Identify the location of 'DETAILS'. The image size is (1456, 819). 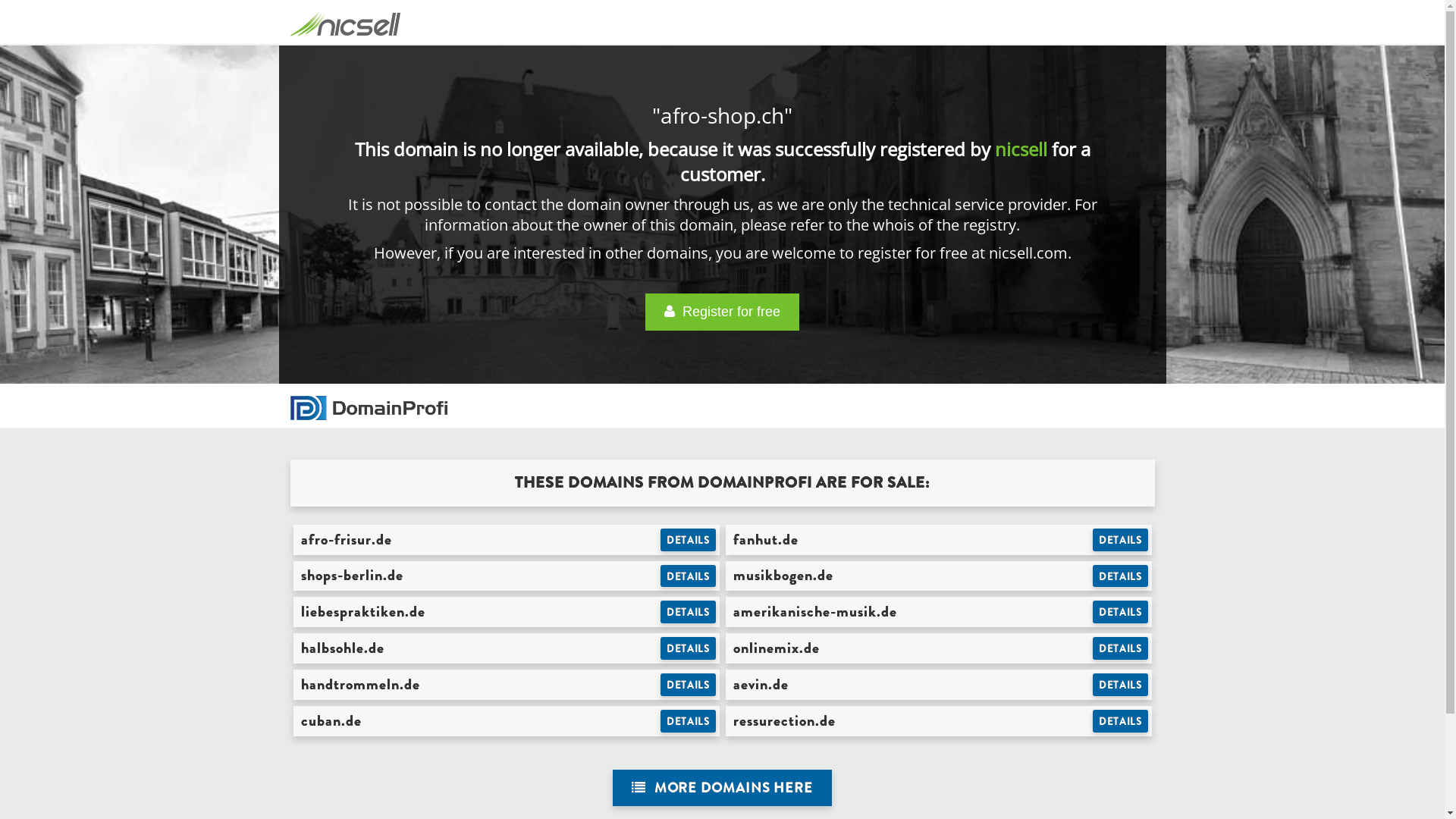
(1092, 648).